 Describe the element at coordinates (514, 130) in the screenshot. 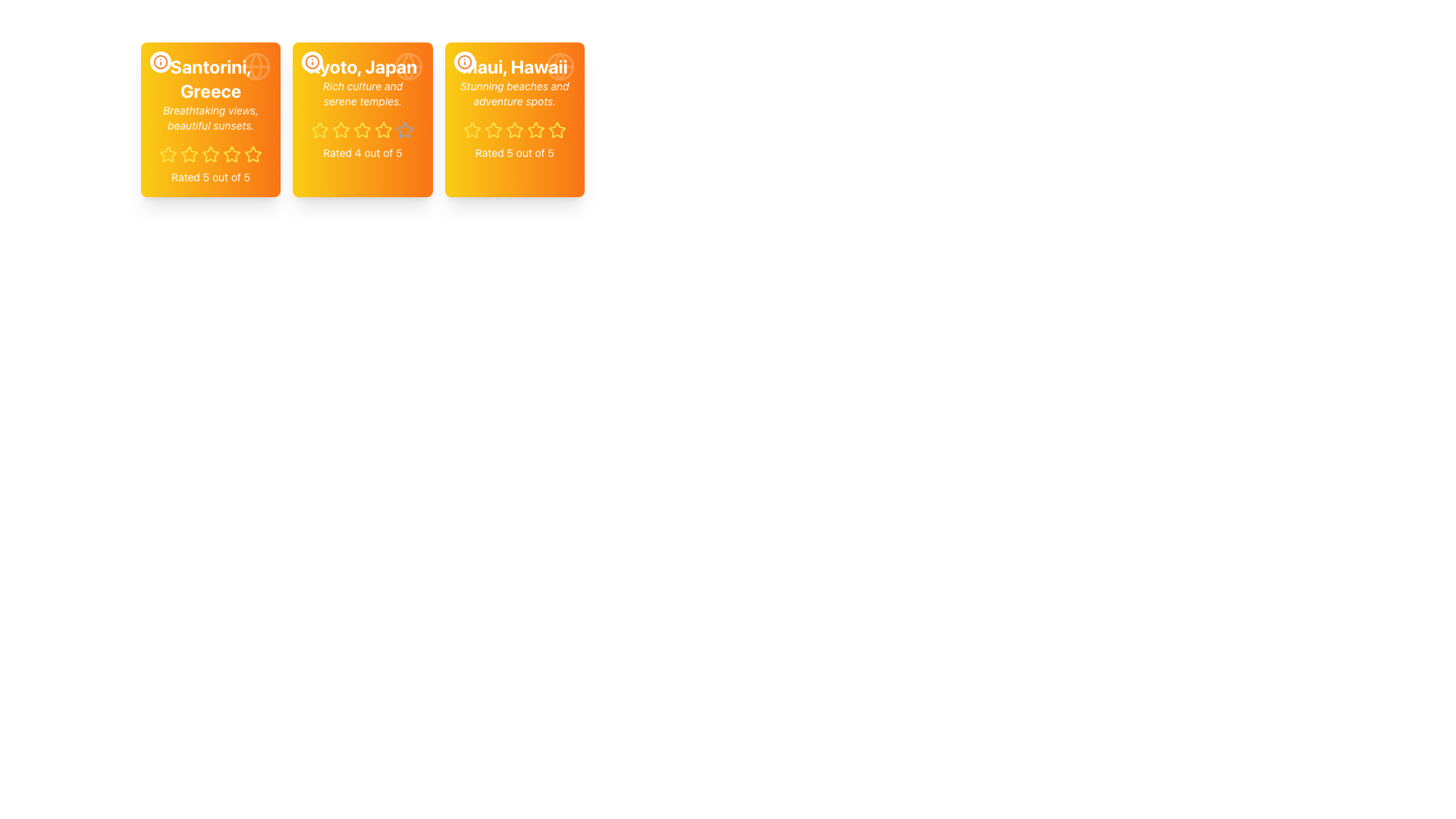

I see `the fourth star-shaped icon with a yellow outline in the rating system below the card labeled 'Maui, Hawaii.'` at that location.